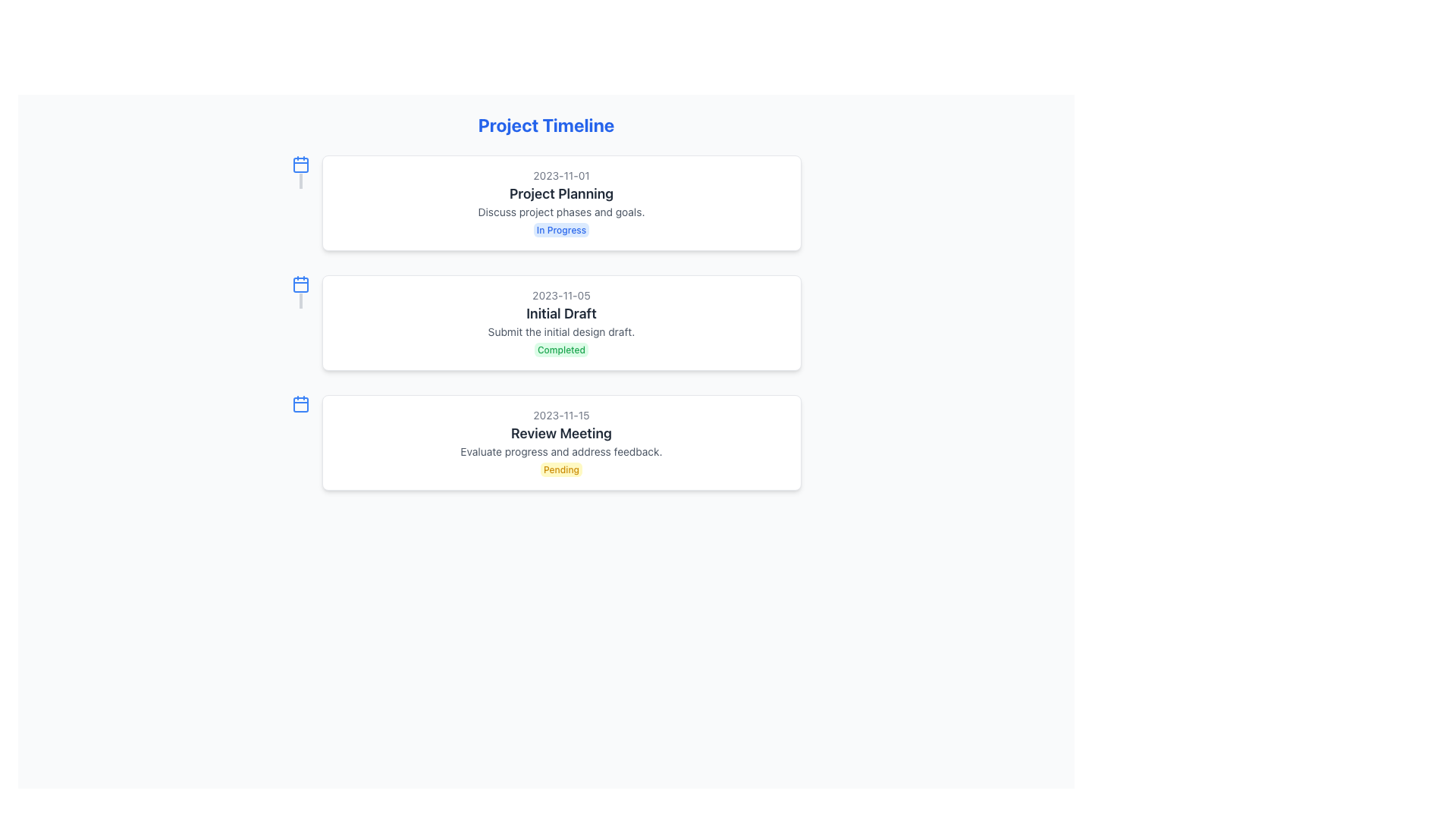 This screenshot has width=1456, height=819. I want to click on the second calendar icon in the Project Timeline, which is outlined in blue and has a rectangular design with binding at the top, so click(300, 284).